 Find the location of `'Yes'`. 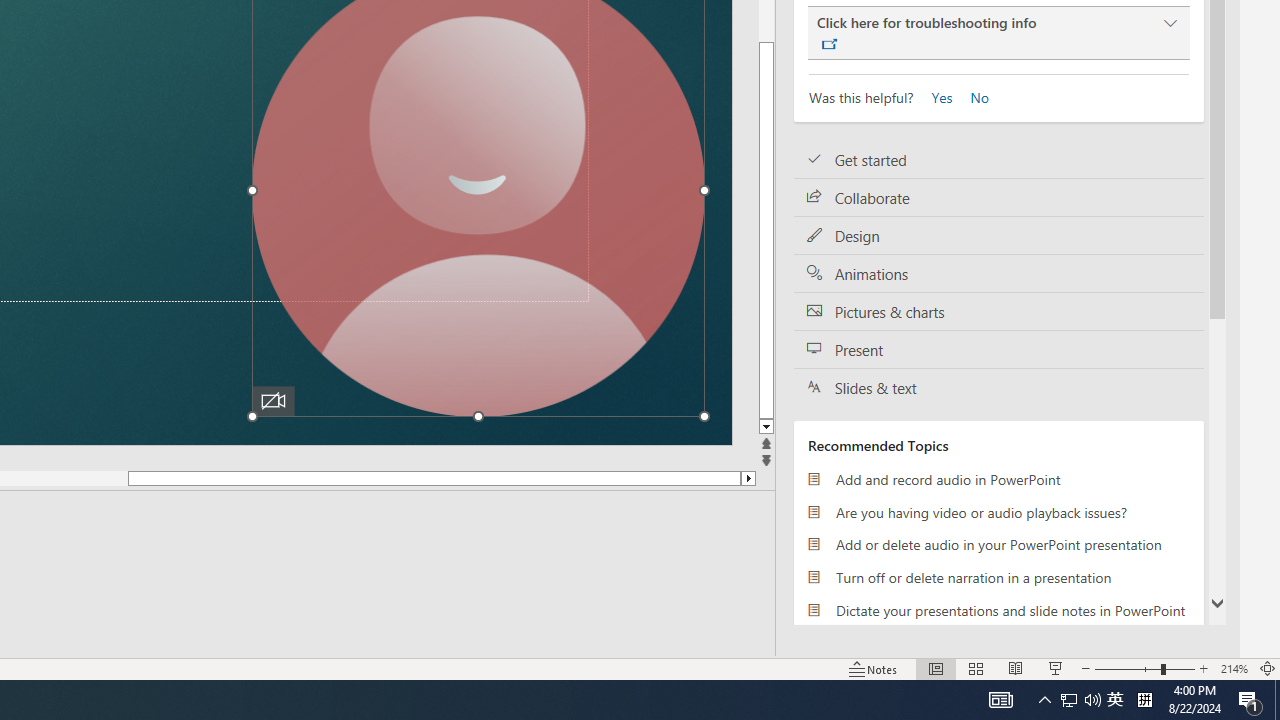

'Yes' is located at coordinates (935, 96).